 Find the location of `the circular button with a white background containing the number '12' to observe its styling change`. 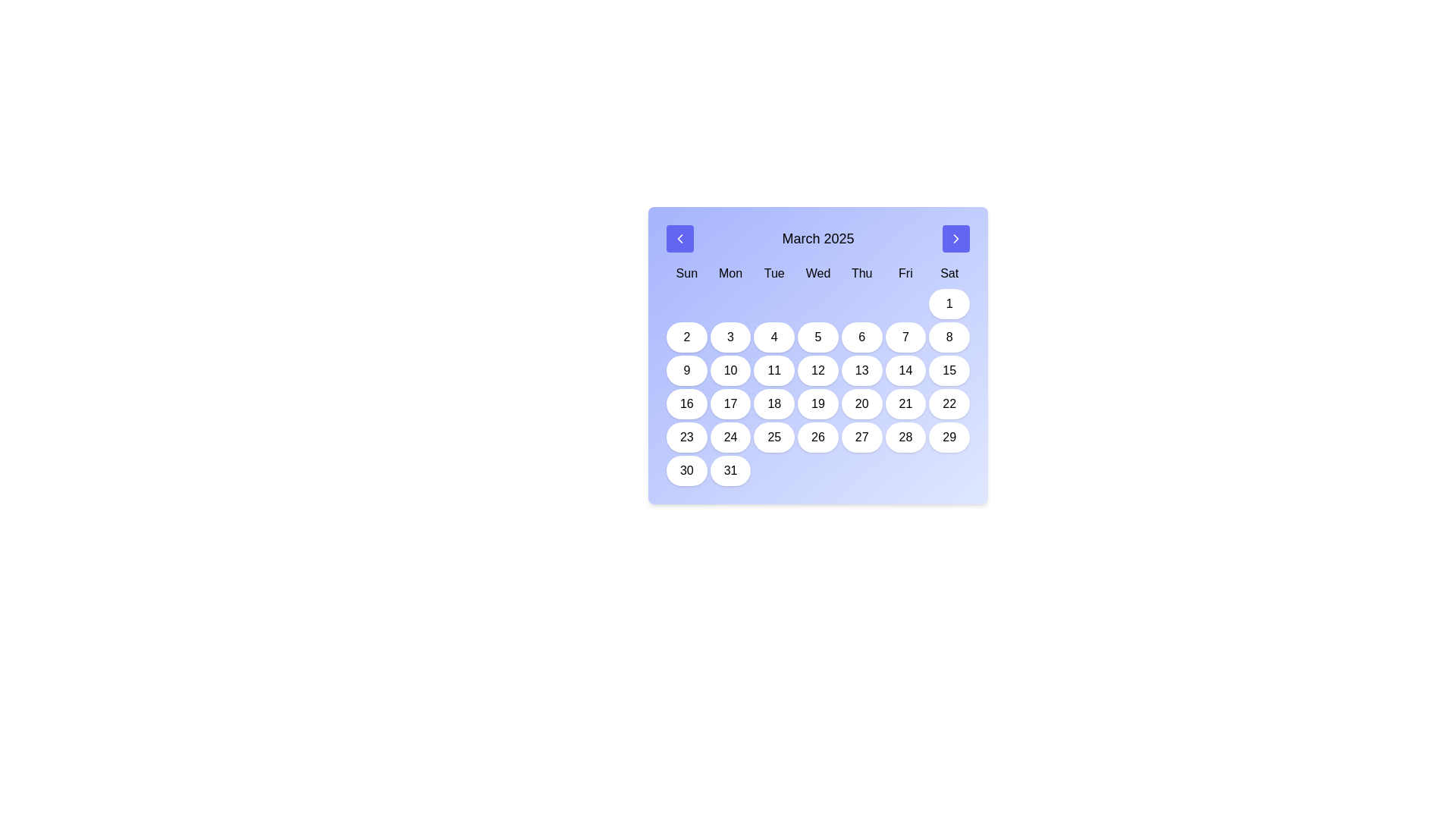

the circular button with a white background containing the number '12' to observe its styling change is located at coordinates (817, 371).